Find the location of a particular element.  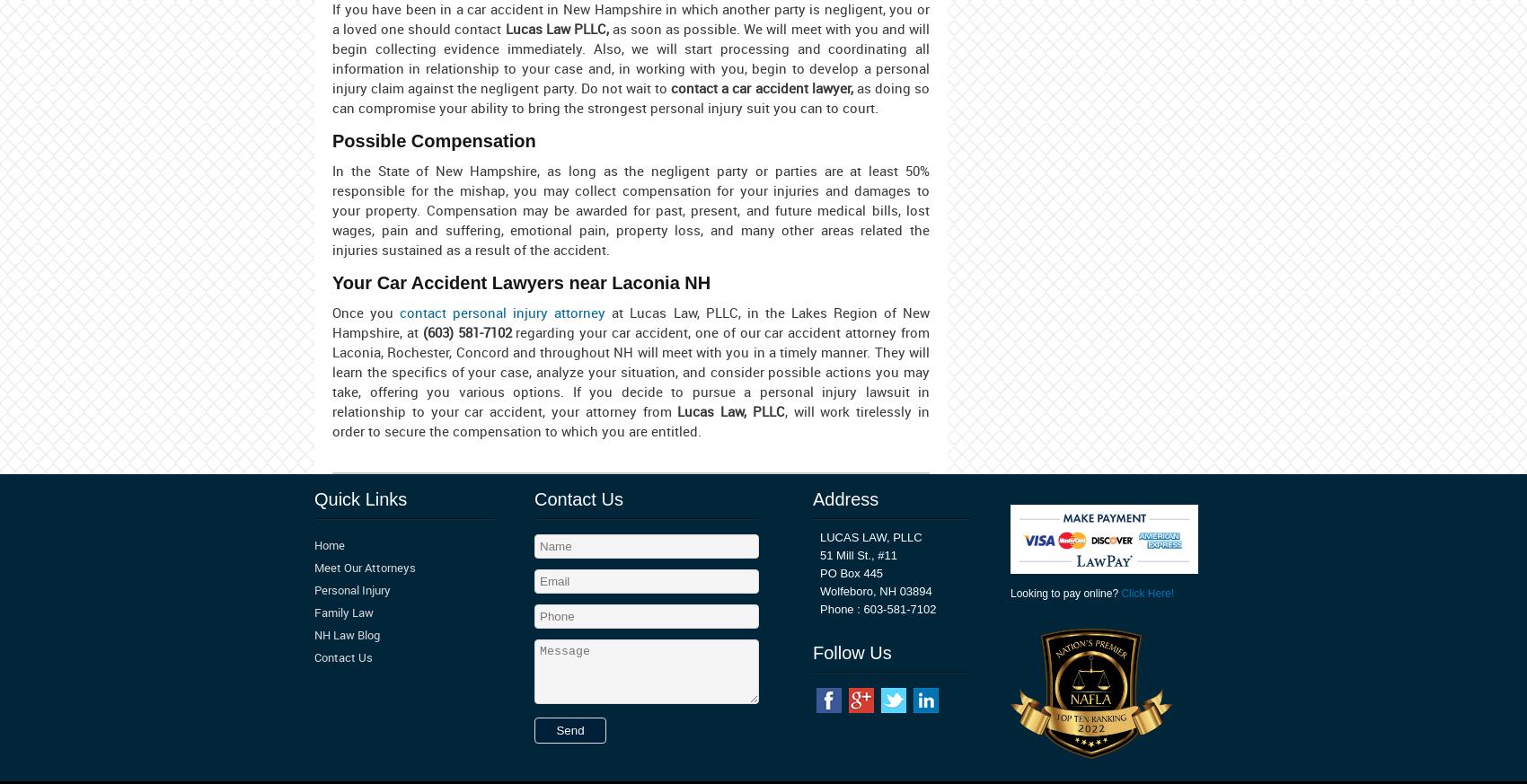

'Lucas Law PLLC,' is located at coordinates (555, 28).